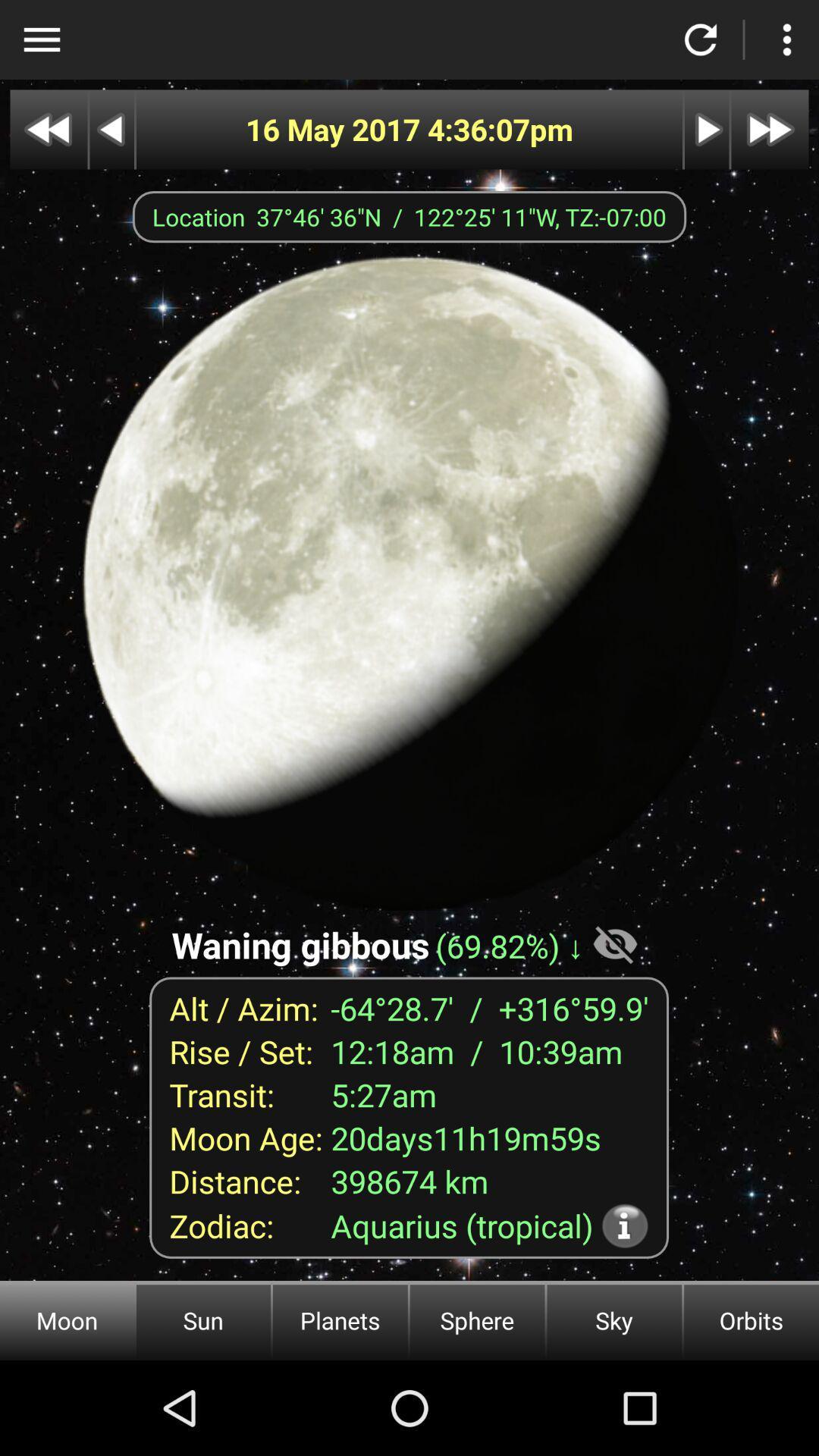 The height and width of the screenshot is (1456, 819). I want to click on previous month, so click(48, 130).